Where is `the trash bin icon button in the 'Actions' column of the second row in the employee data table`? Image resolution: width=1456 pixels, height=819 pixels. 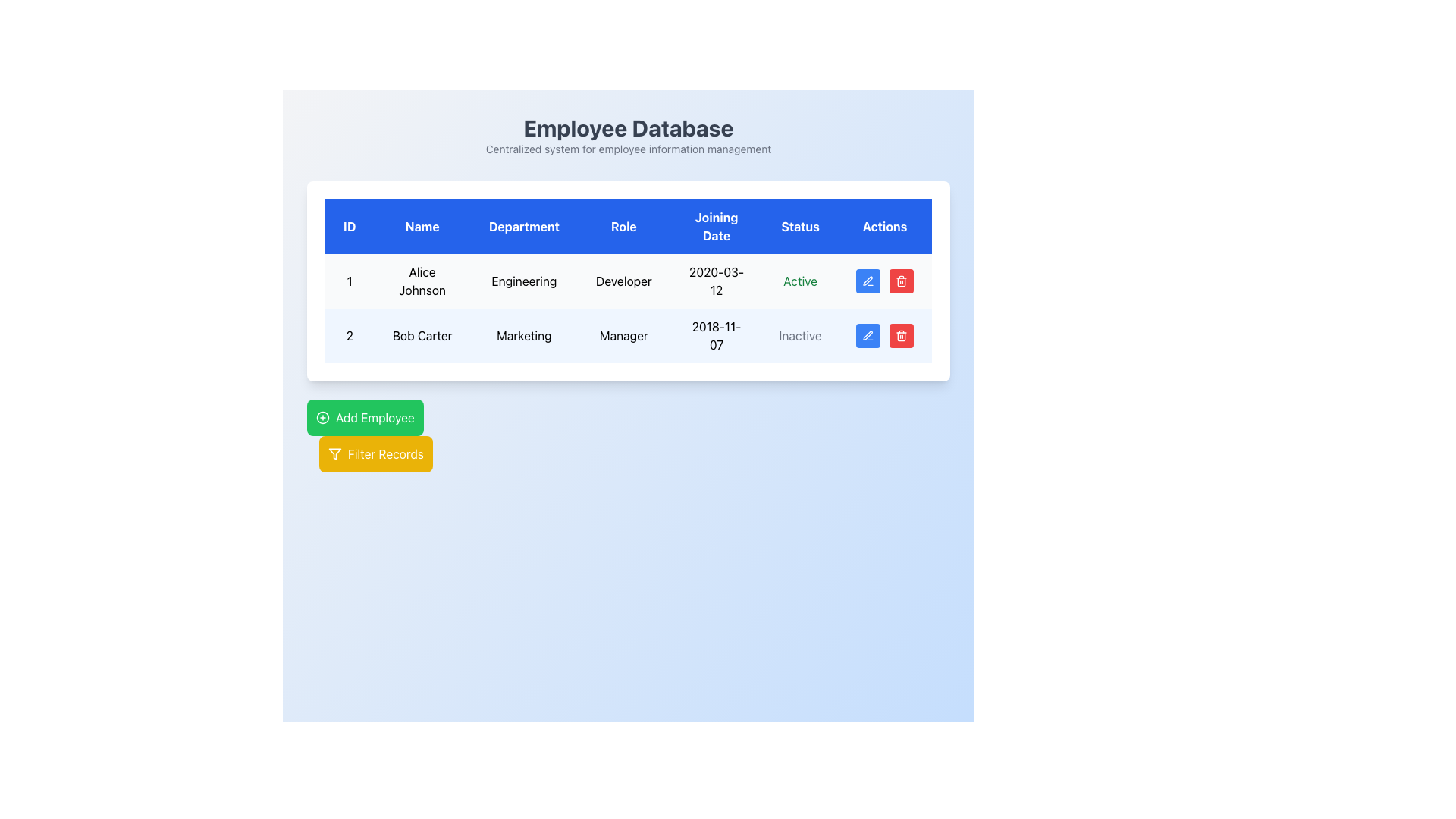 the trash bin icon button in the 'Actions' column of the second row in the employee data table is located at coordinates (902, 335).